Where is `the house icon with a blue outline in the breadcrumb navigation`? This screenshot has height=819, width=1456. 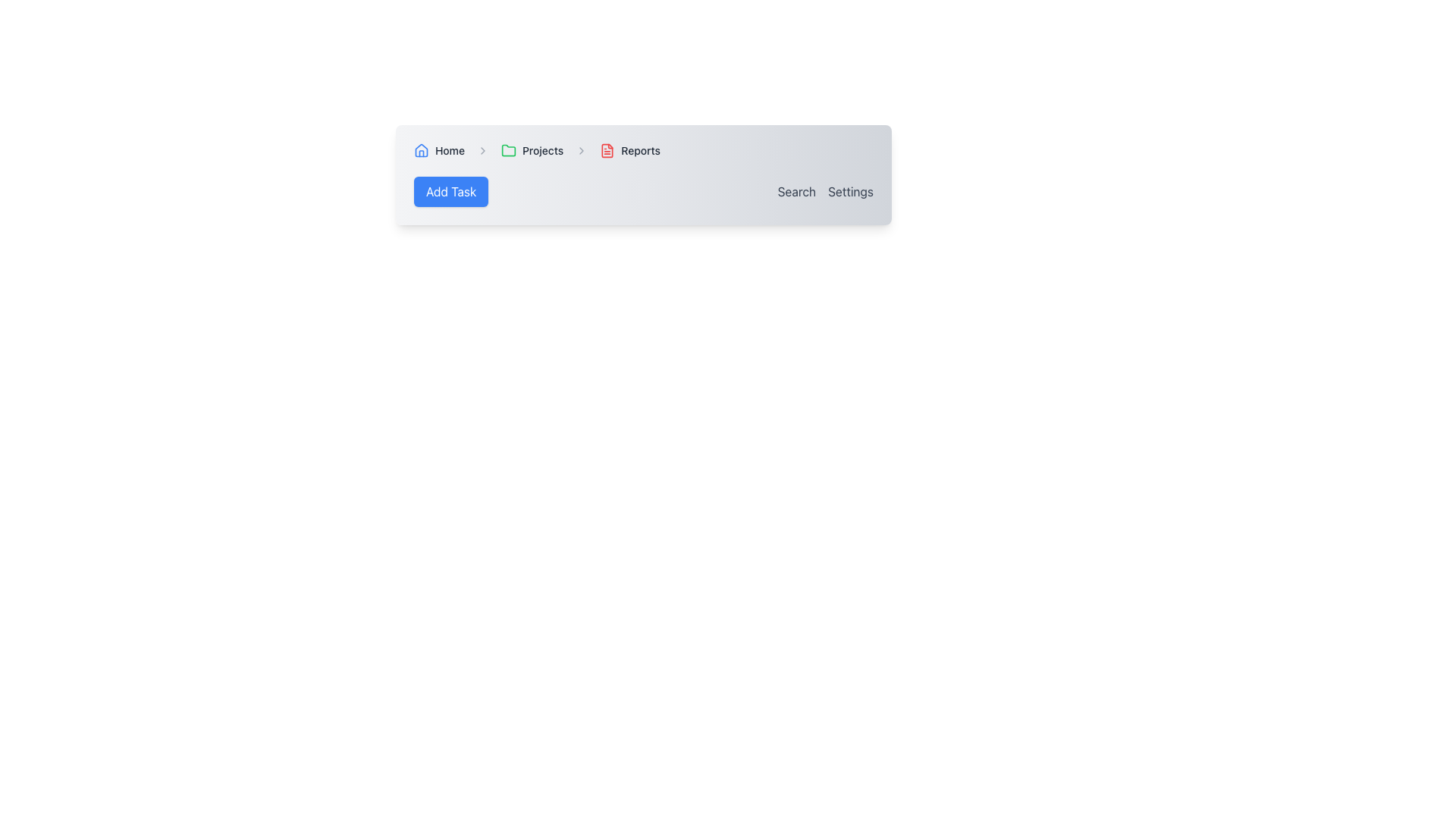 the house icon with a blue outline in the breadcrumb navigation is located at coordinates (422, 151).